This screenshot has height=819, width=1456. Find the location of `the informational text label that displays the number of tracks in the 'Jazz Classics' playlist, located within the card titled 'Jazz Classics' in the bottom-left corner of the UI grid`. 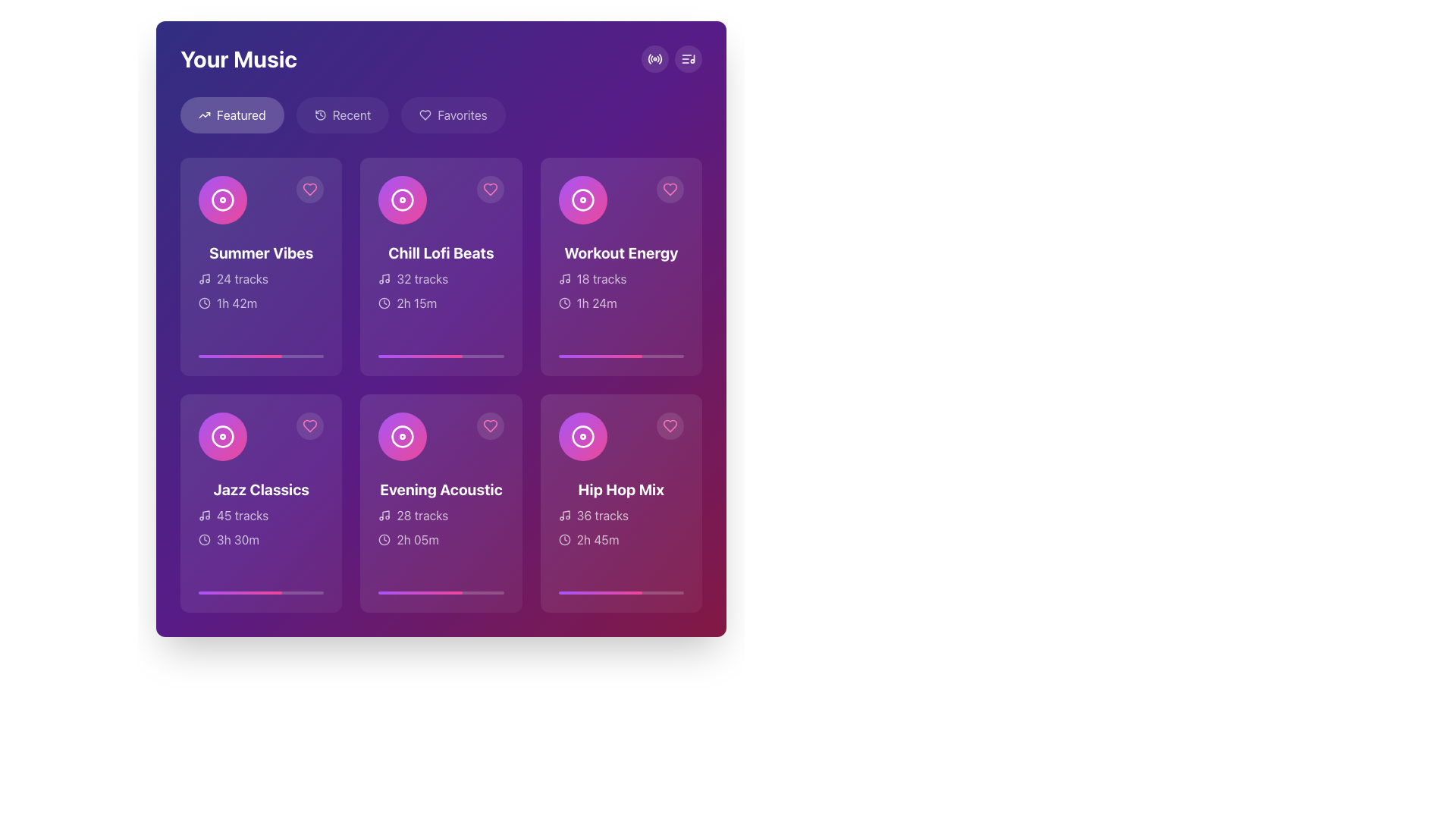

the informational text label that displays the number of tracks in the 'Jazz Classics' playlist, located within the card titled 'Jazz Classics' in the bottom-left corner of the UI grid is located at coordinates (243, 514).